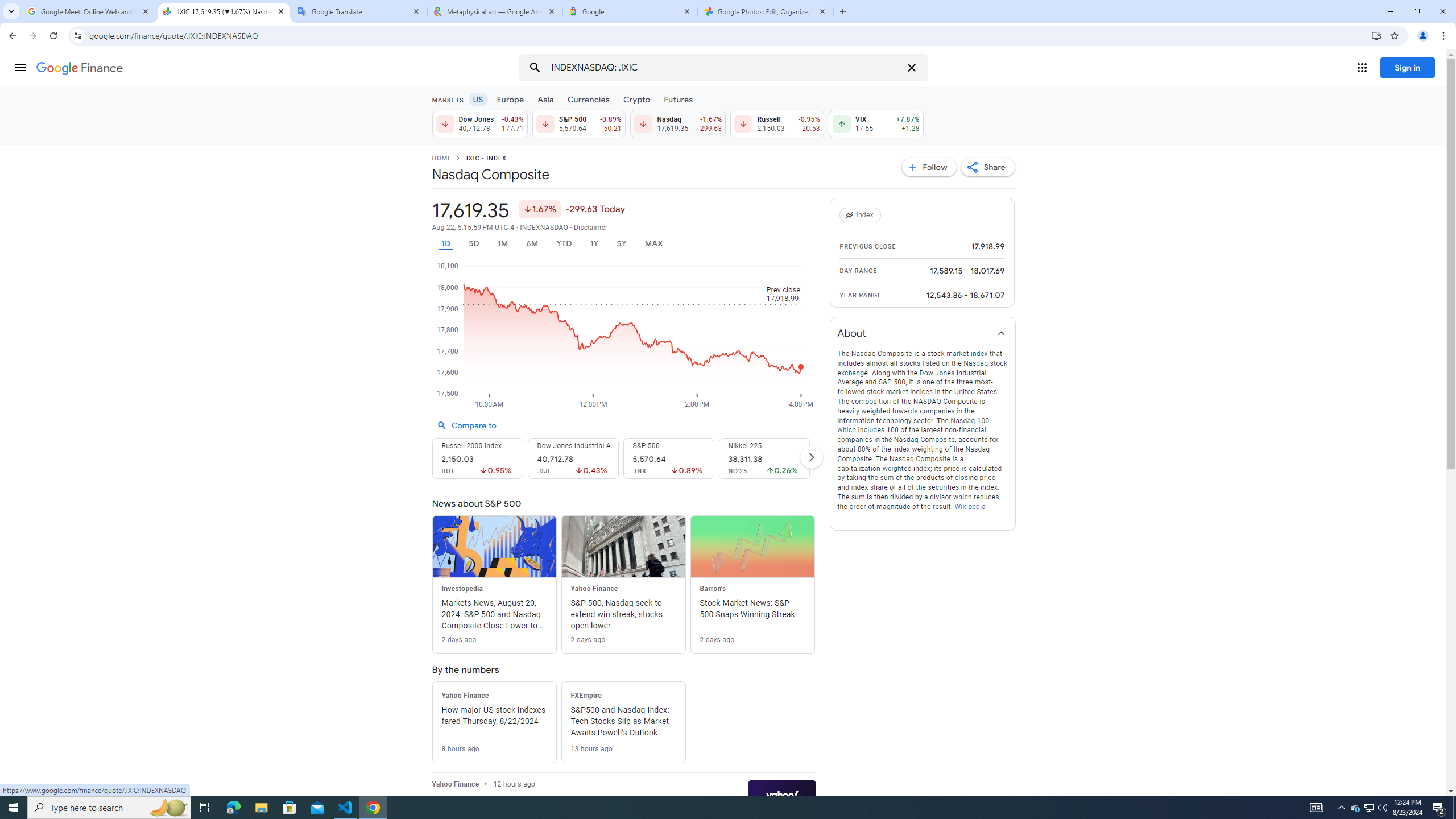 The height and width of the screenshot is (819, 1456). Describe the element at coordinates (359, 11) in the screenshot. I see `'Google Translate'` at that location.